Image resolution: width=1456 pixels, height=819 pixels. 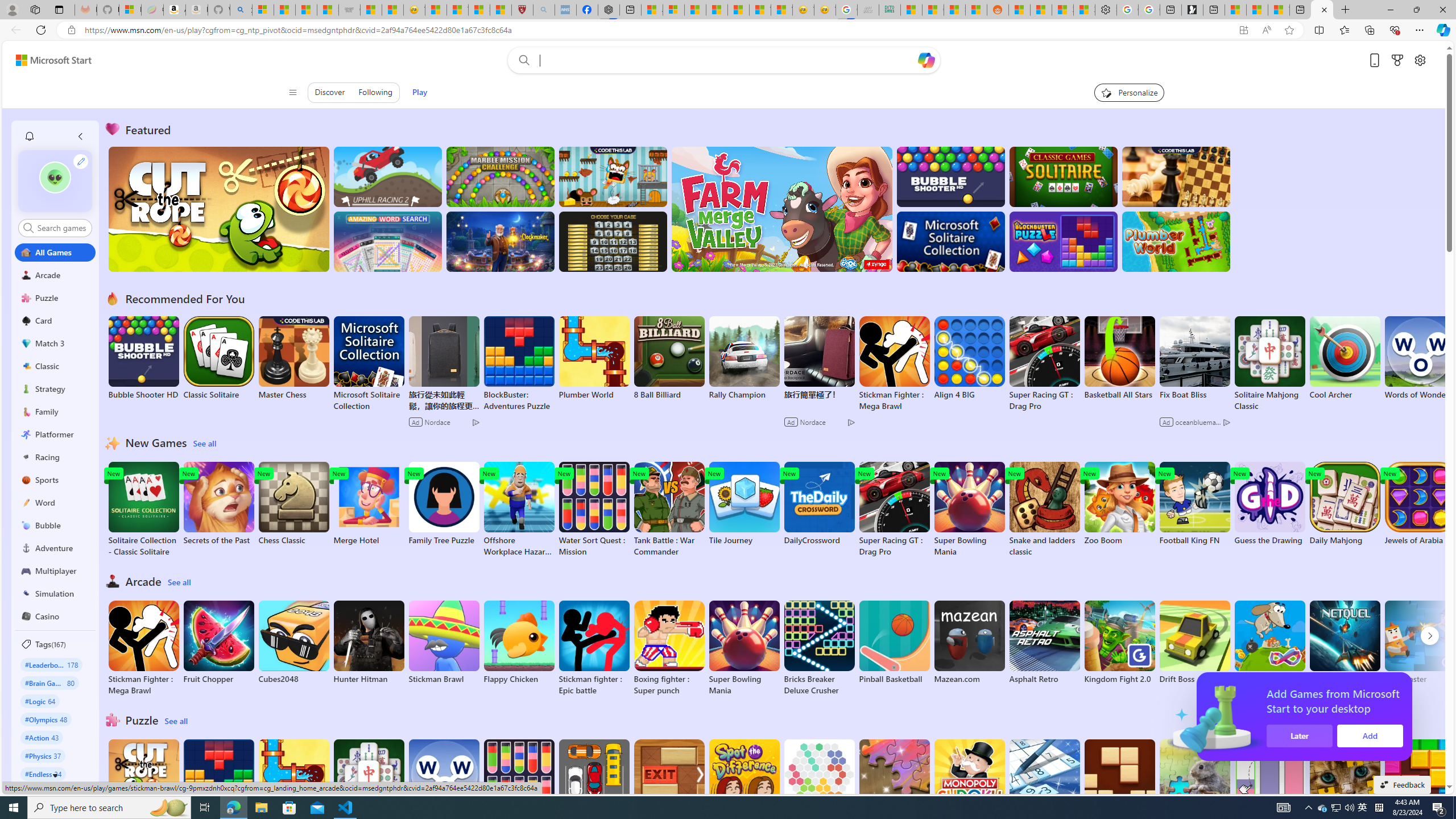 I want to click on 'App available. Install Games from Microsoft Start', so click(x=1220, y=30).